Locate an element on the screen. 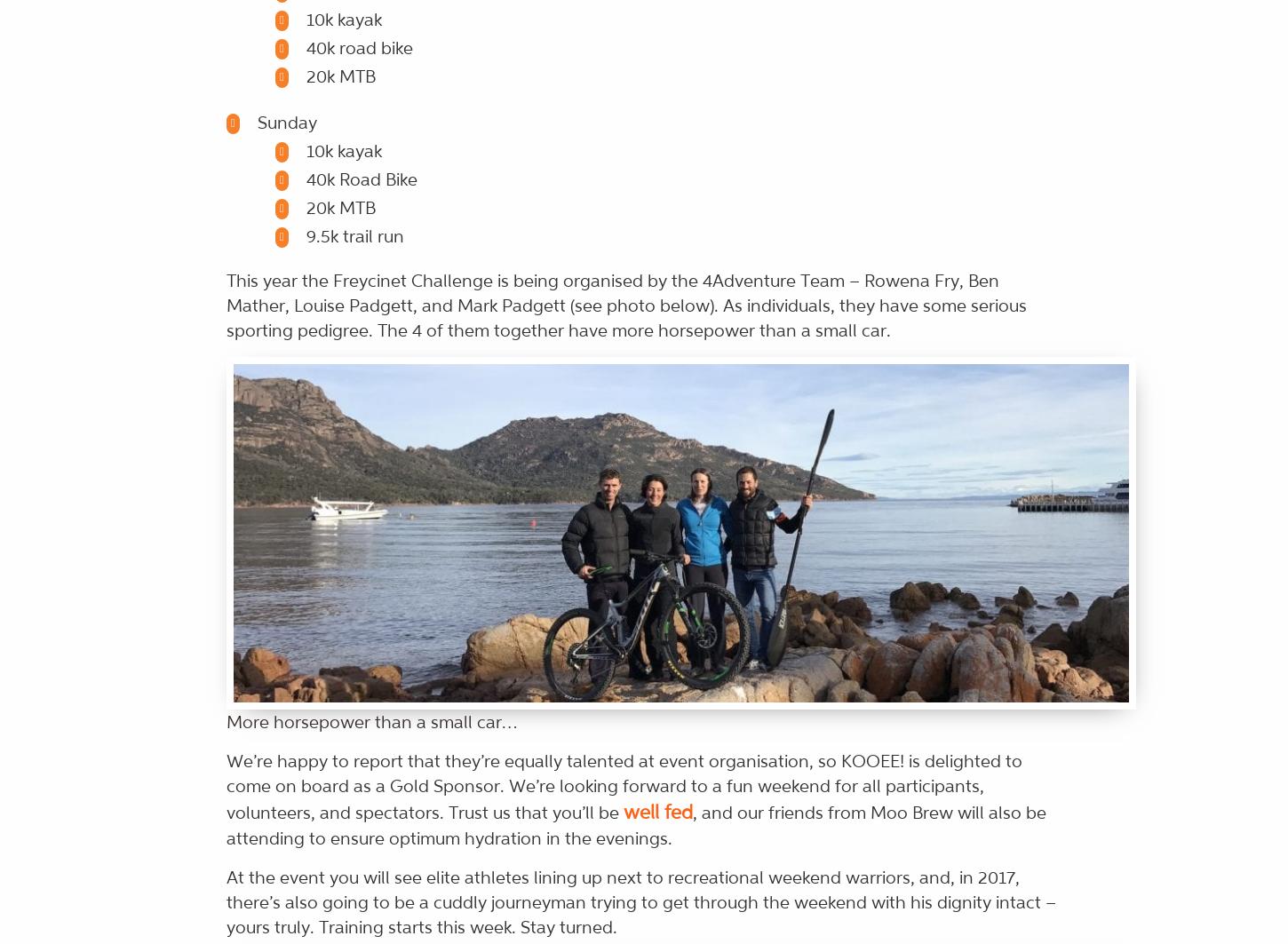  'We’re happy to report that they’re equally talented at event organisation, so KOOEE! is delighted to come on board as a Gold Sponsor. We’re looking forward to a fun weekend for all participants, volunteers, and spectators. Trust us that you’ll be' is located at coordinates (623, 786).